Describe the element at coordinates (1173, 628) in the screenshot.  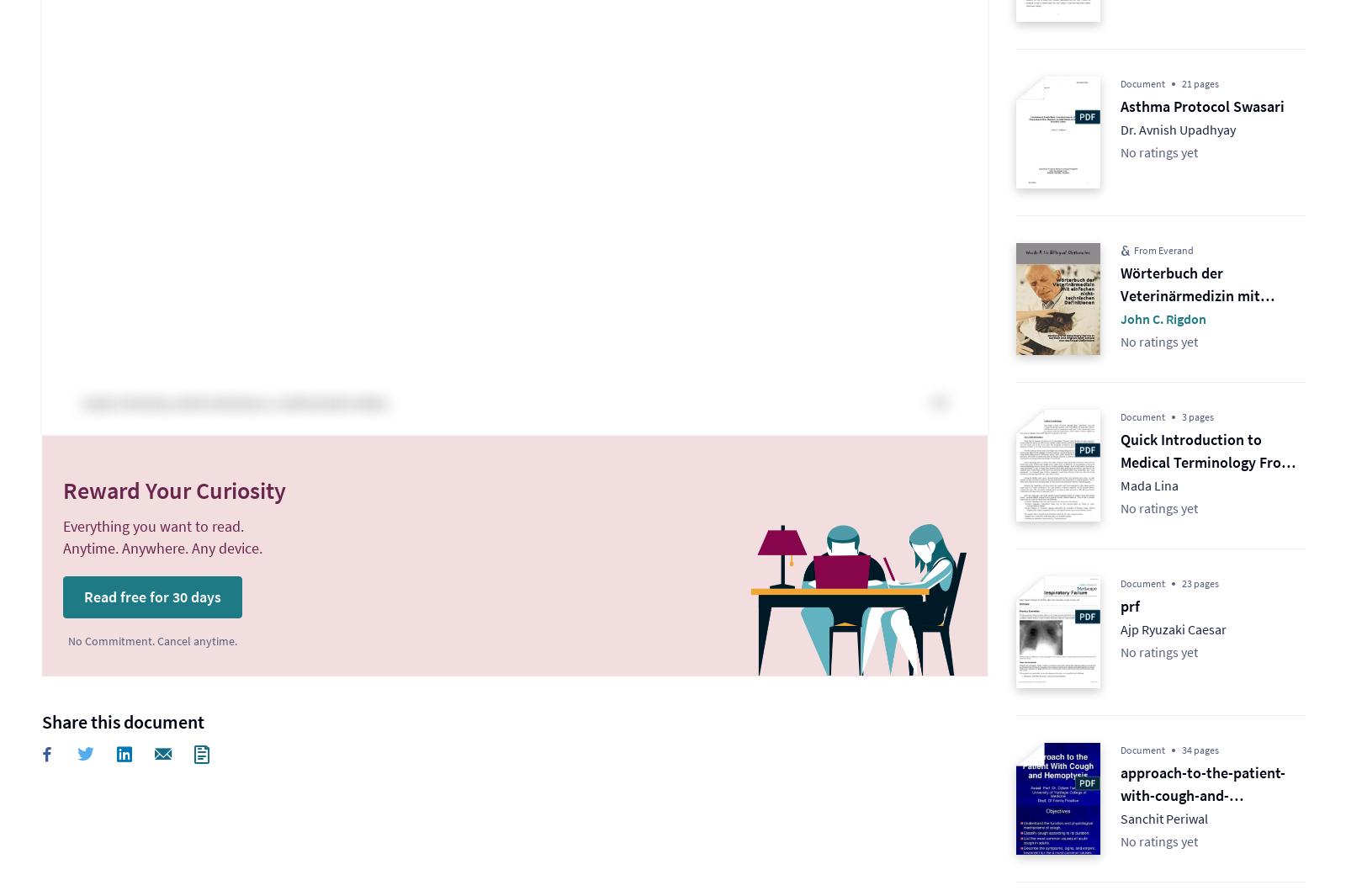
I see `'Ajp Ryuzaki Caesar'` at that location.